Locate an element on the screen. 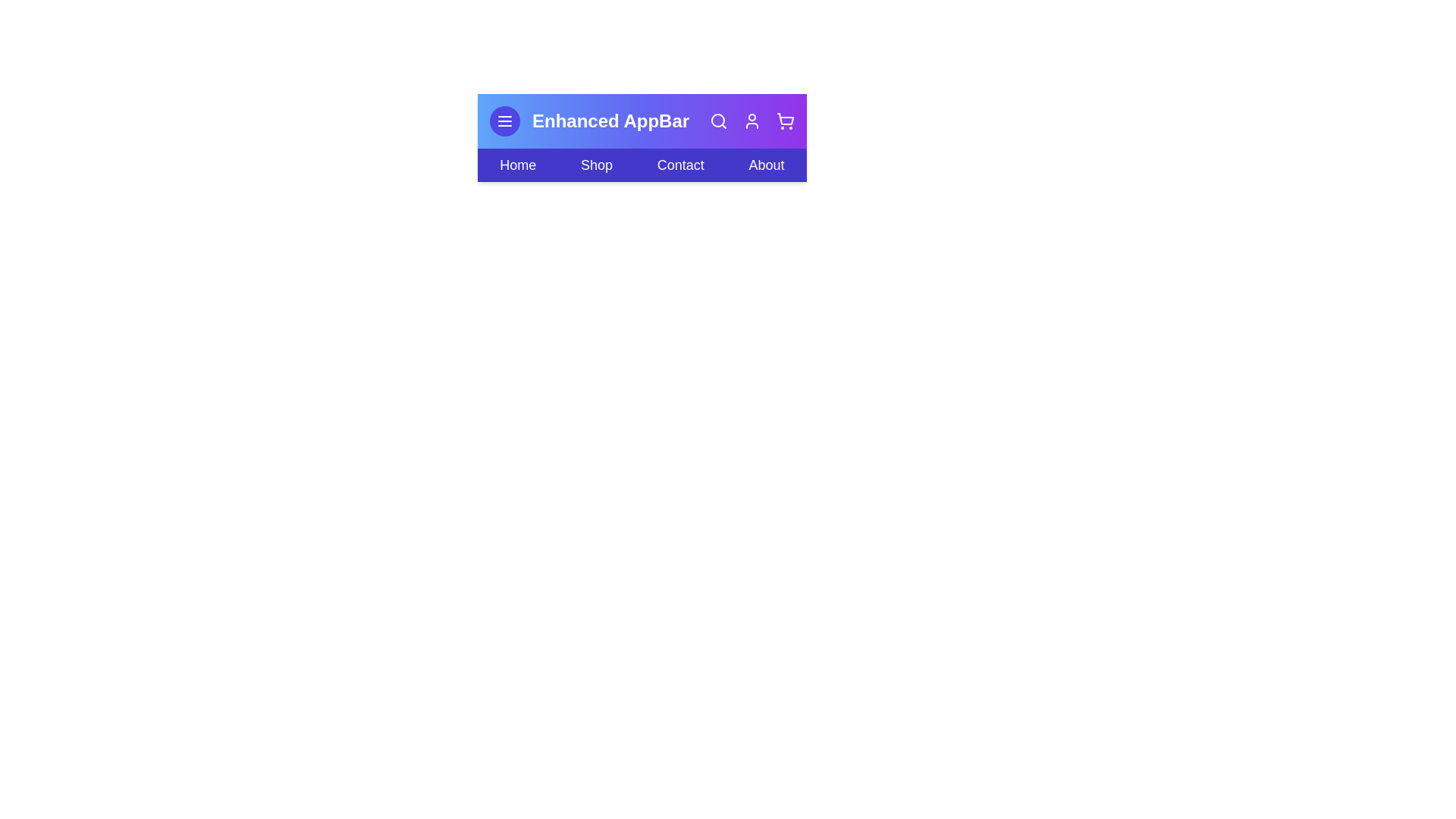  the interactive element Search Icon to observe its hover effect is located at coordinates (718, 120).